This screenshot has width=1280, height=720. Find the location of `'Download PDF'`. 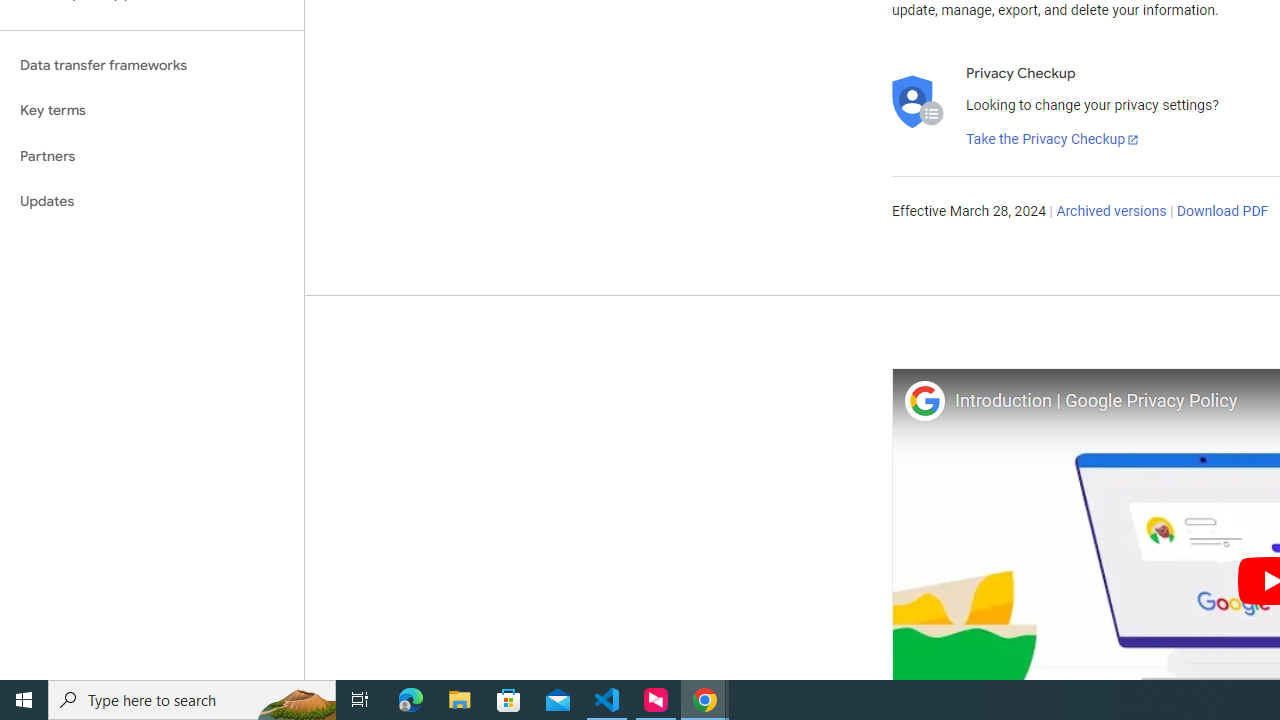

'Download PDF' is located at coordinates (1221, 212).